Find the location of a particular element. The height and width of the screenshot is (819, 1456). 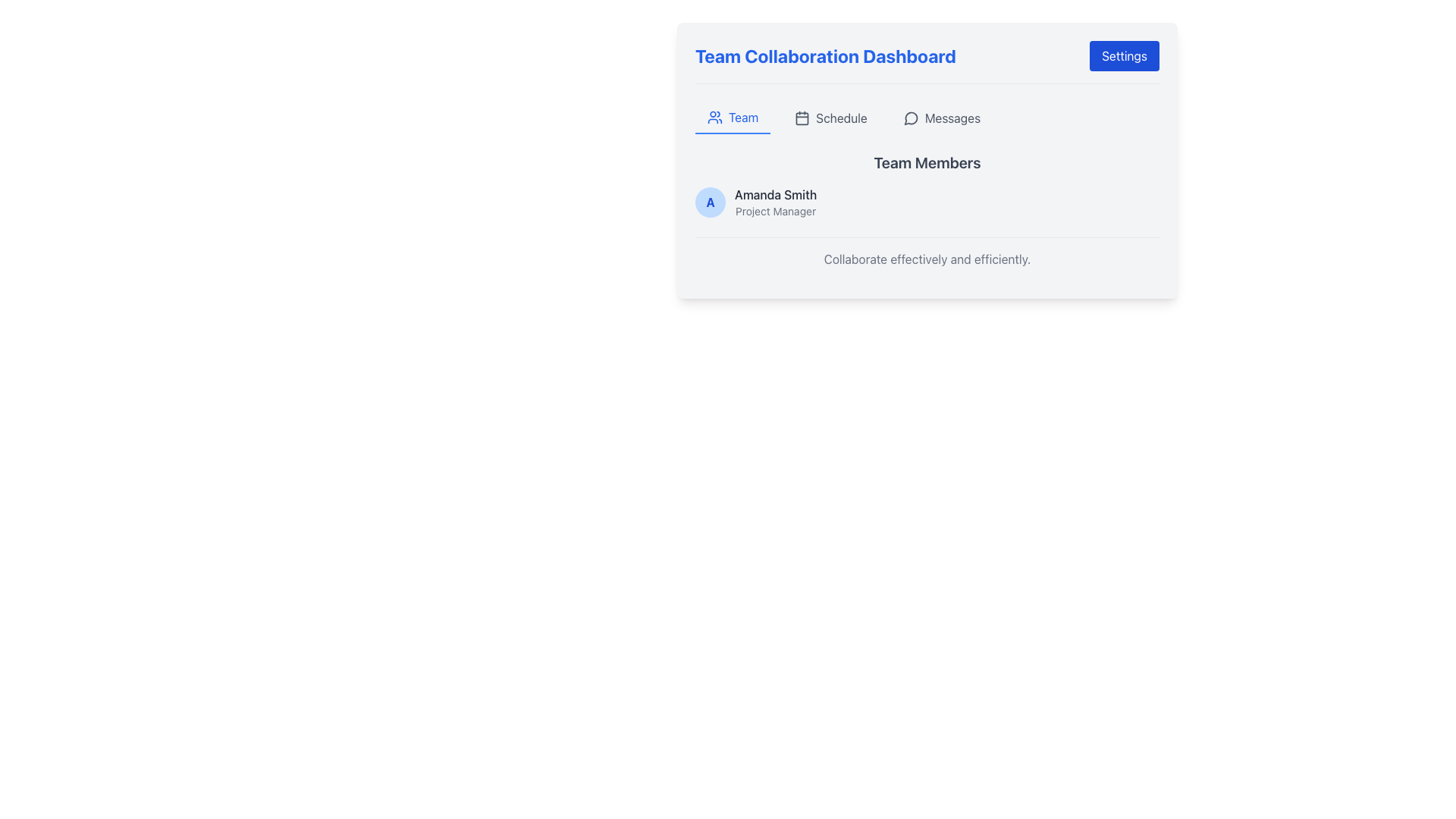

the text display labeled 'Amanda Smith', which is styled in bold and darker font, positioned above the role 'Project Manager' and to the right of the circular avatar icon with the letter 'A' is located at coordinates (776, 194).